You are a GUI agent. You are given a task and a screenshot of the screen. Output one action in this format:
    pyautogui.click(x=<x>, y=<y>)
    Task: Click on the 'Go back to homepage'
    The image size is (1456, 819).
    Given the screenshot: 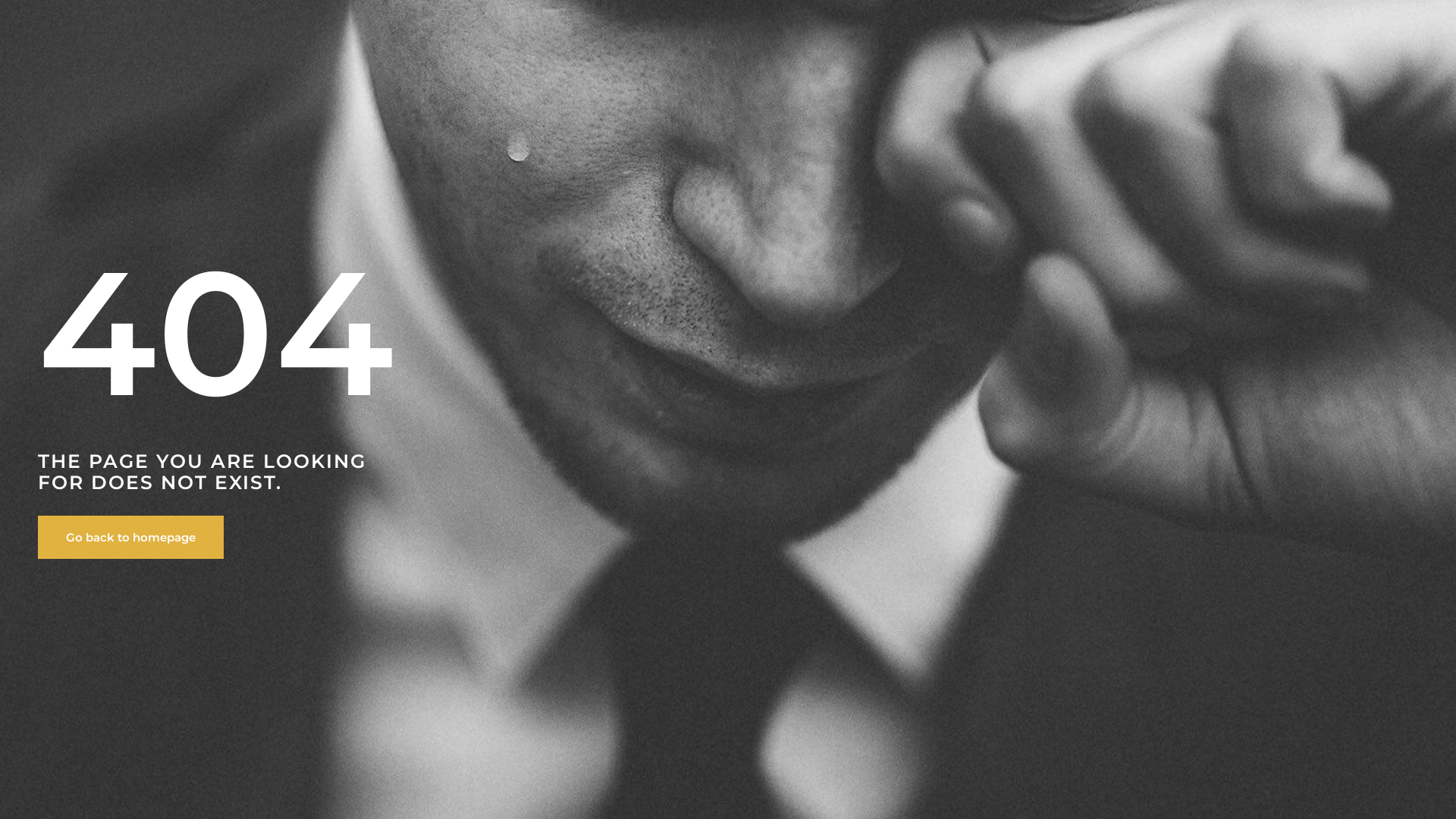 What is the action you would take?
    pyautogui.click(x=130, y=536)
    